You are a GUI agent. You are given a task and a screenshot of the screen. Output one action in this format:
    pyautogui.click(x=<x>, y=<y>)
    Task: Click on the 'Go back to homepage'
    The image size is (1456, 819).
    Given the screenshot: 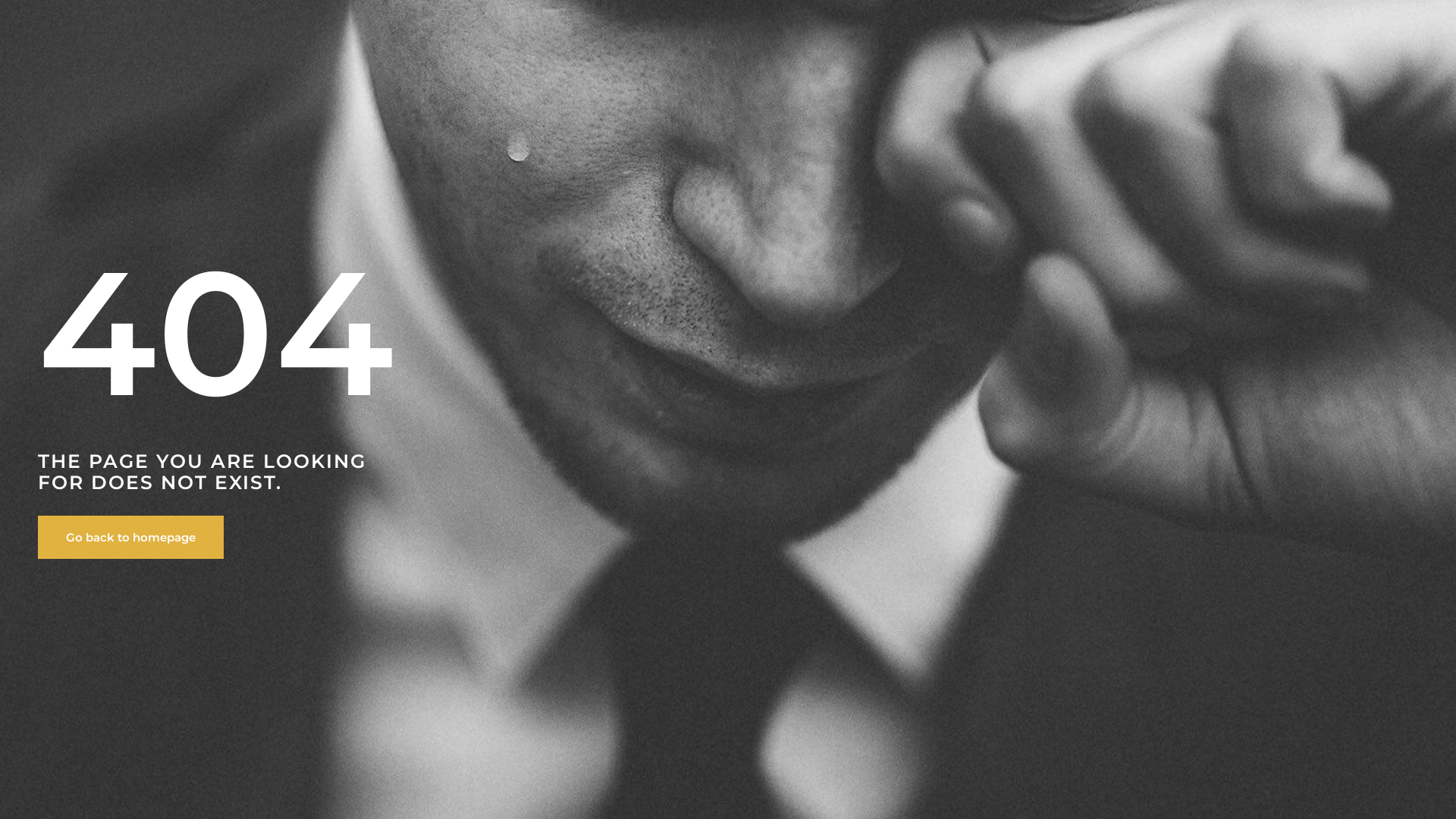 What is the action you would take?
    pyautogui.click(x=130, y=536)
    